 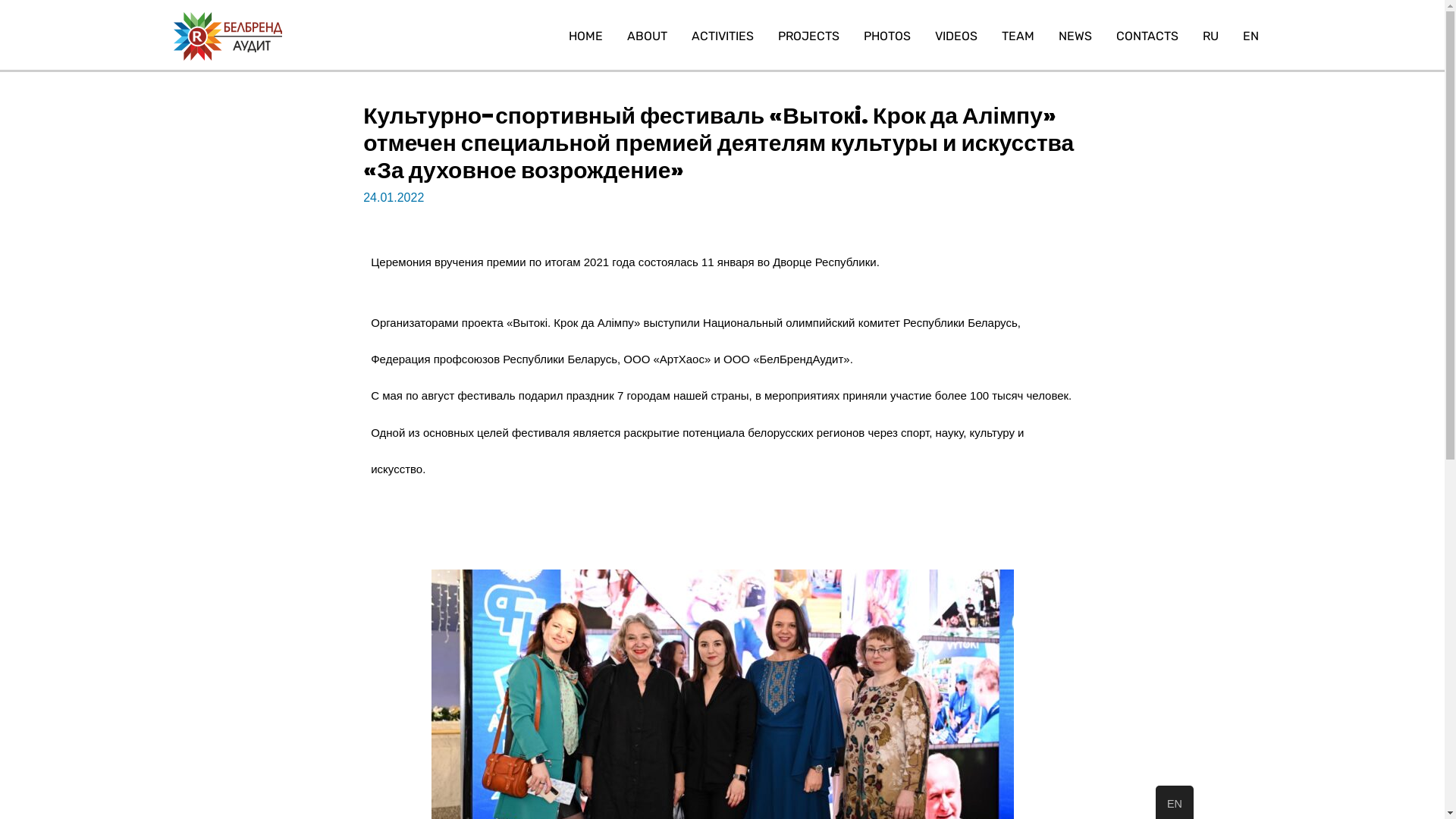 I want to click on 'HOME', so click(x=585, y=35).